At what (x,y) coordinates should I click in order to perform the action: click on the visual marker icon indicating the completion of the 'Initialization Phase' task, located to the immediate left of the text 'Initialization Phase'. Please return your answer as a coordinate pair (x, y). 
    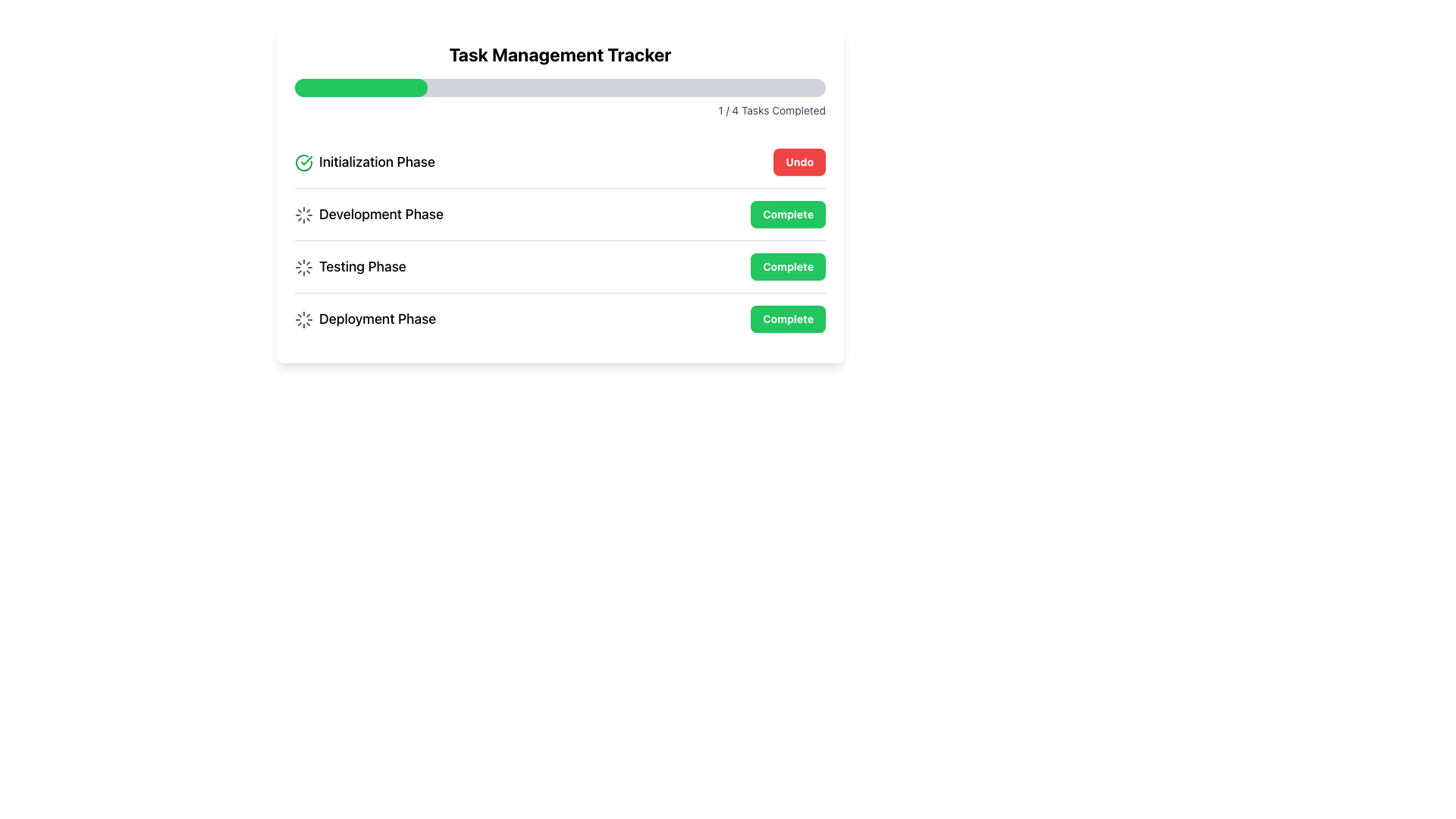
    Looking at the image, I should click on (303, 163).